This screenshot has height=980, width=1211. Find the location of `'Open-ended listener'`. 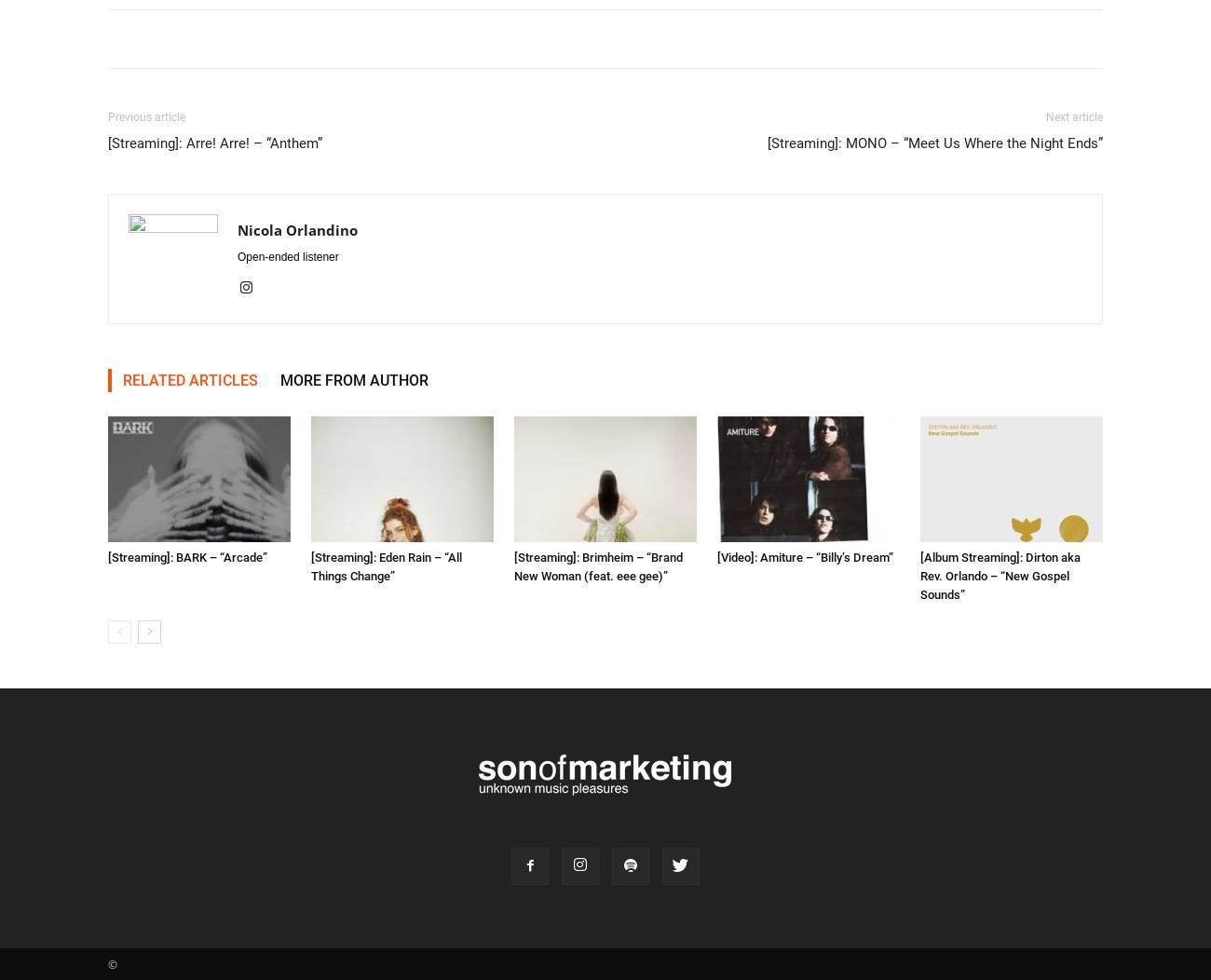

'Open-ended listener' is located at coordinates (288, 257).